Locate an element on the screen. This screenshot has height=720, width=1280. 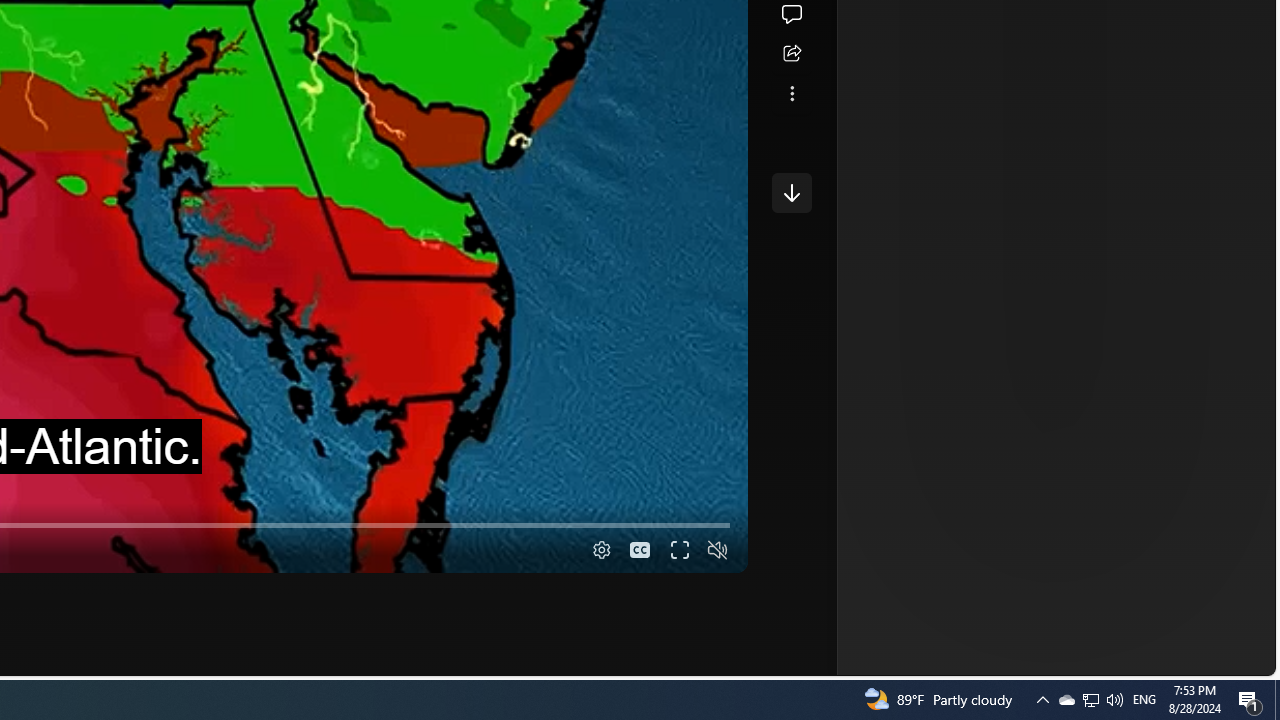
'Share this story' is located at coordinates (790, 53).